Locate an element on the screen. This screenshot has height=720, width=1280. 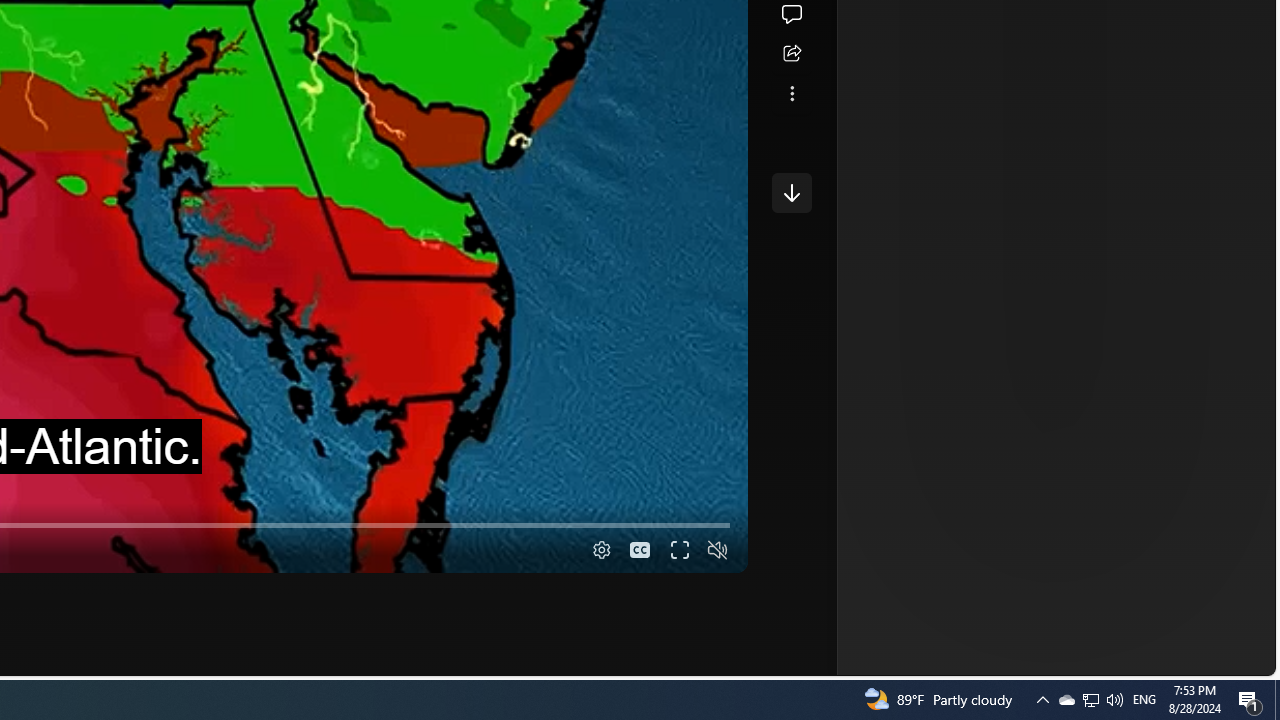
'Share this story' is located at coordinates (790, 53).